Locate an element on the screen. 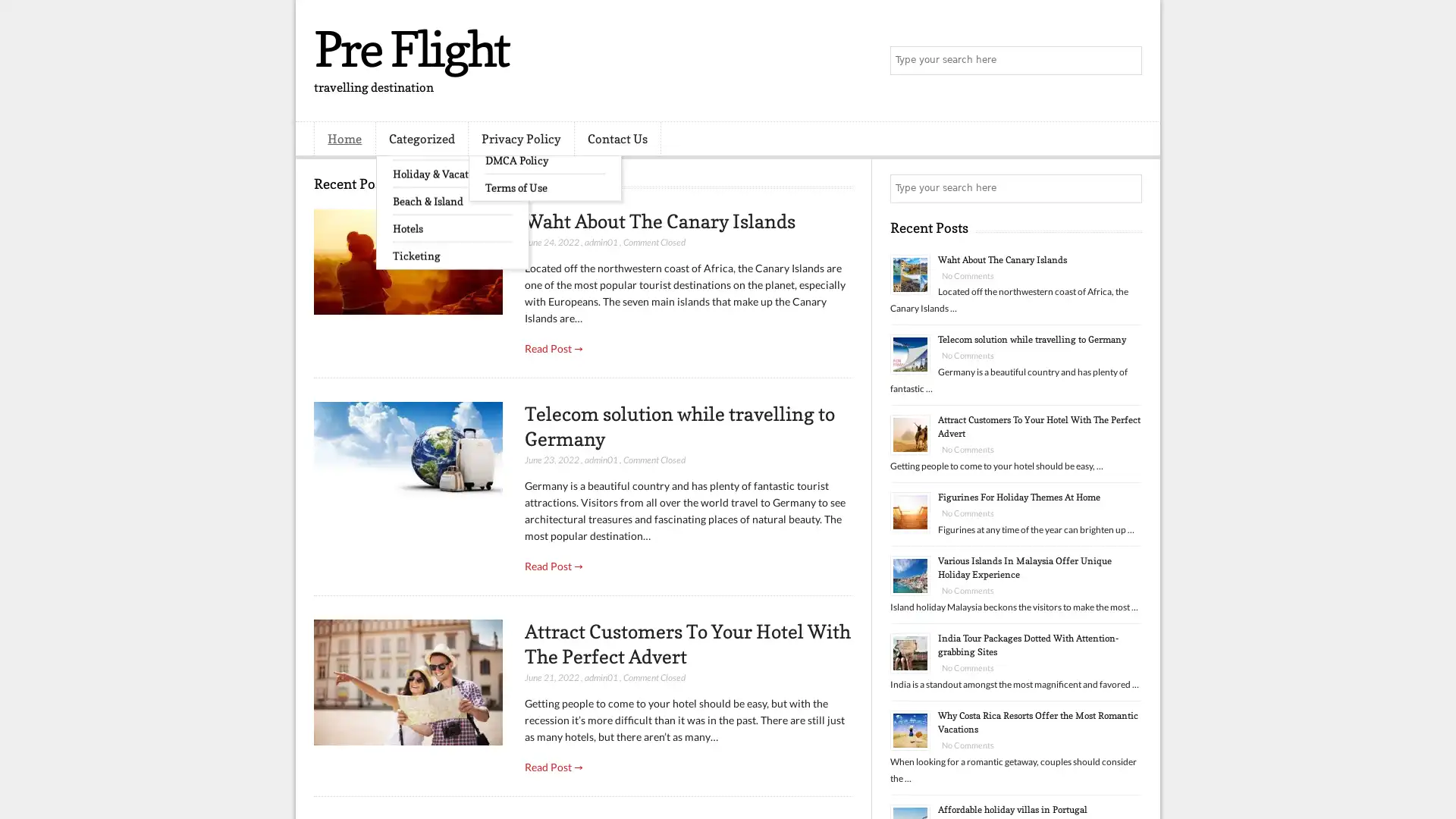 Image resolution: width=1456 pixels, height=819 pixels. Search is located at coordinates (1126, 188).